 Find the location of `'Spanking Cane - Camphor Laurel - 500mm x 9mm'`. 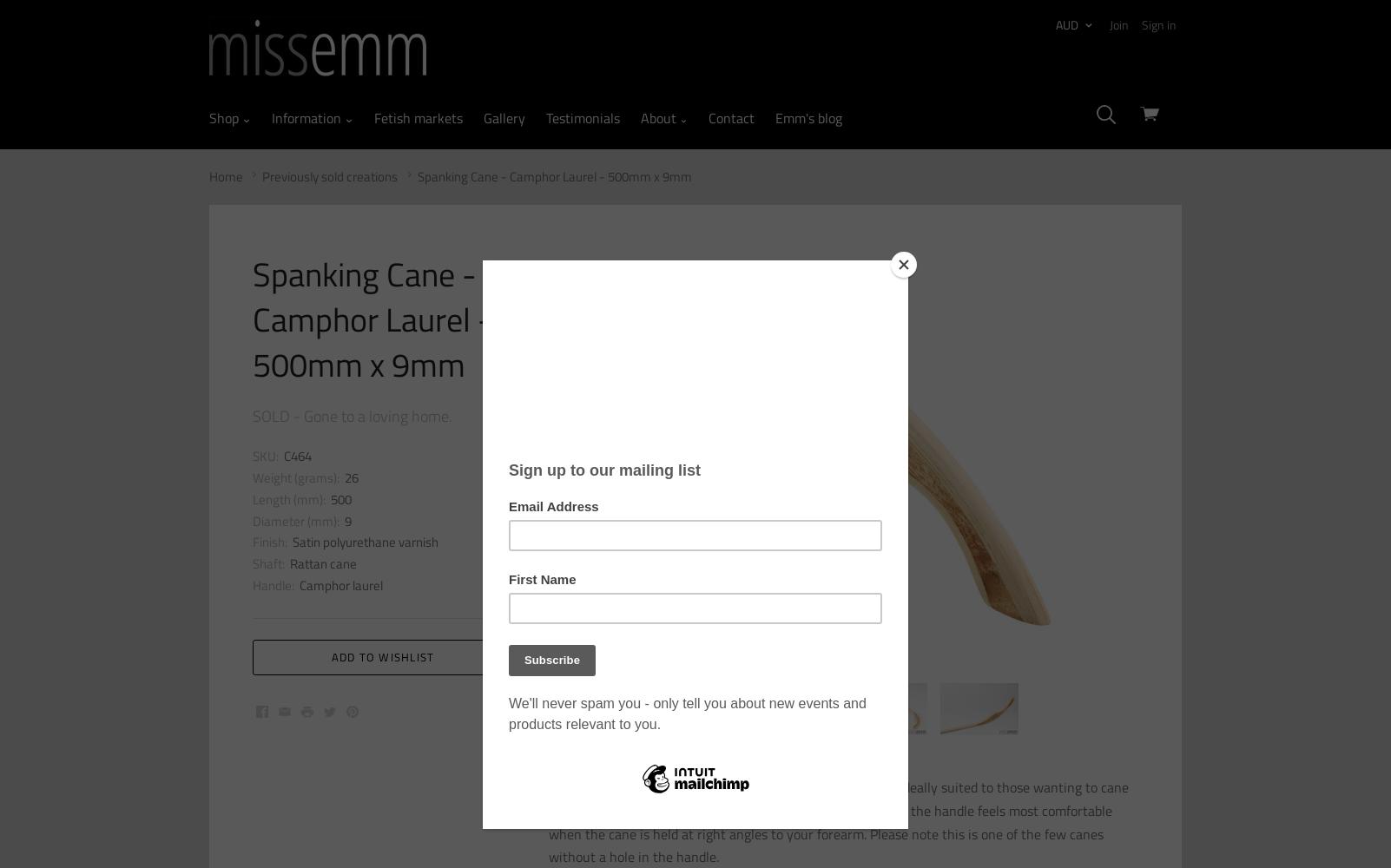

'Spanking Cane - Camphor Laurel - 500mm x 9mm' is located at coordinates (553, 174).